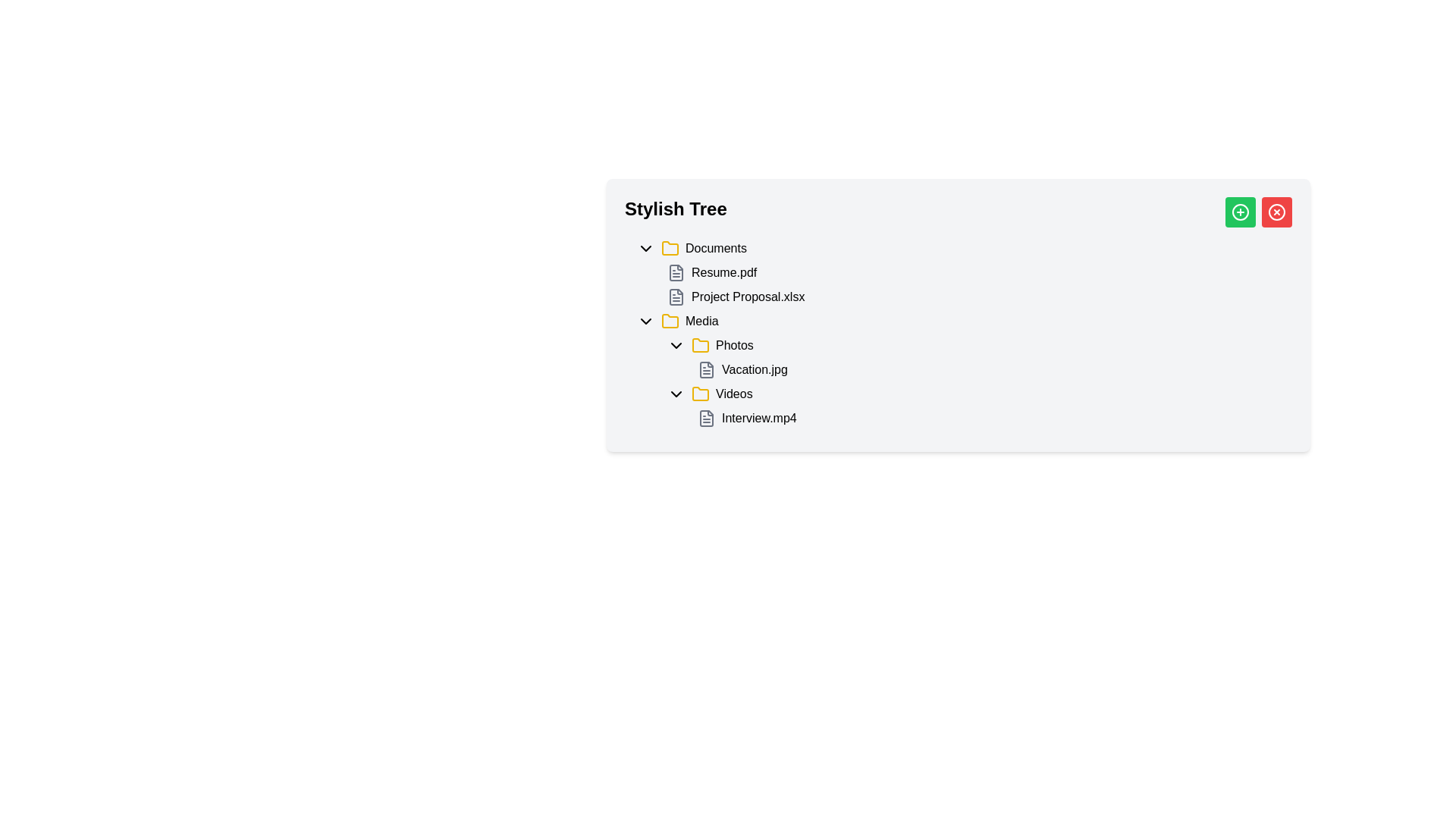 The width and height of the screenshot is (1456, 819). Describe the element at coordinates (676, 297) in the screenshot. I see `the icon representing the file type for 'Project Proposal.xlsx', which is located to the left of the text within the 'Documents' folder of the tree structure interface` at that location.